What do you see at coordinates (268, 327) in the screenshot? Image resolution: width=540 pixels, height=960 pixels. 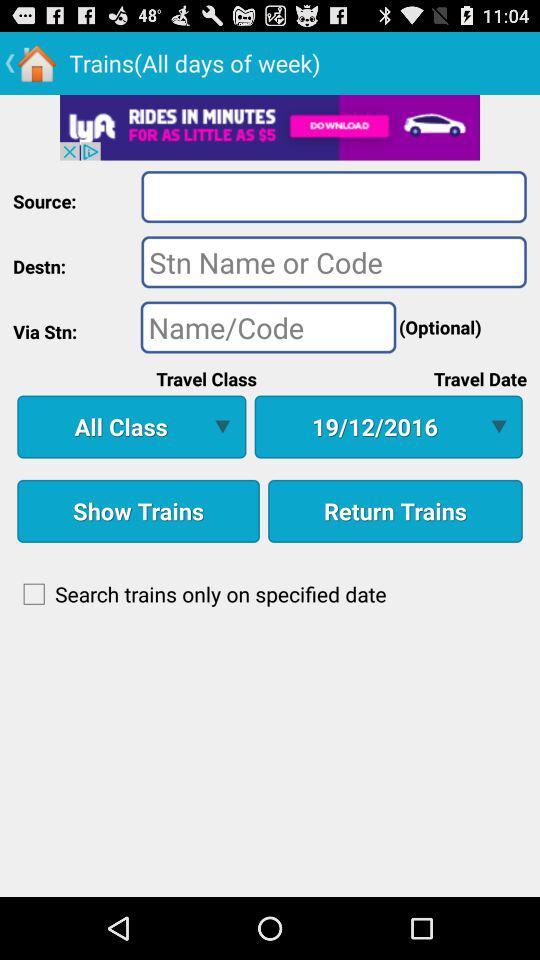 I see `give name/code detail` at bounding box center [268, 327].